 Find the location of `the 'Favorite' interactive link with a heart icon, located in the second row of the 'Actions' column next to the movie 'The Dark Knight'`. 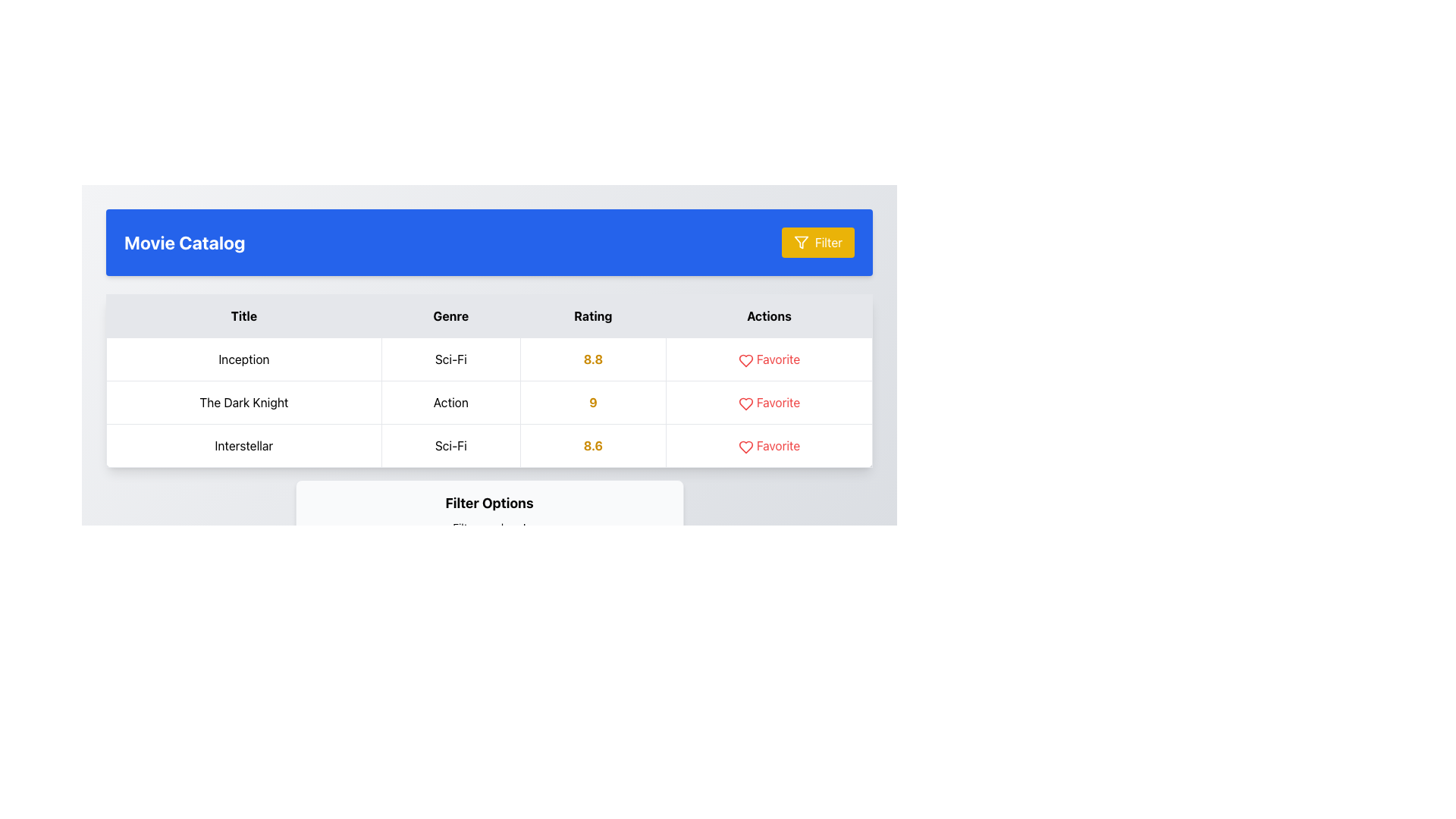

the 'Favorite' interactive link with a heart icon, located in the second row of the 'Actions' column next to the movie 'The Dark Knight' is located at coordinates (769, 402).